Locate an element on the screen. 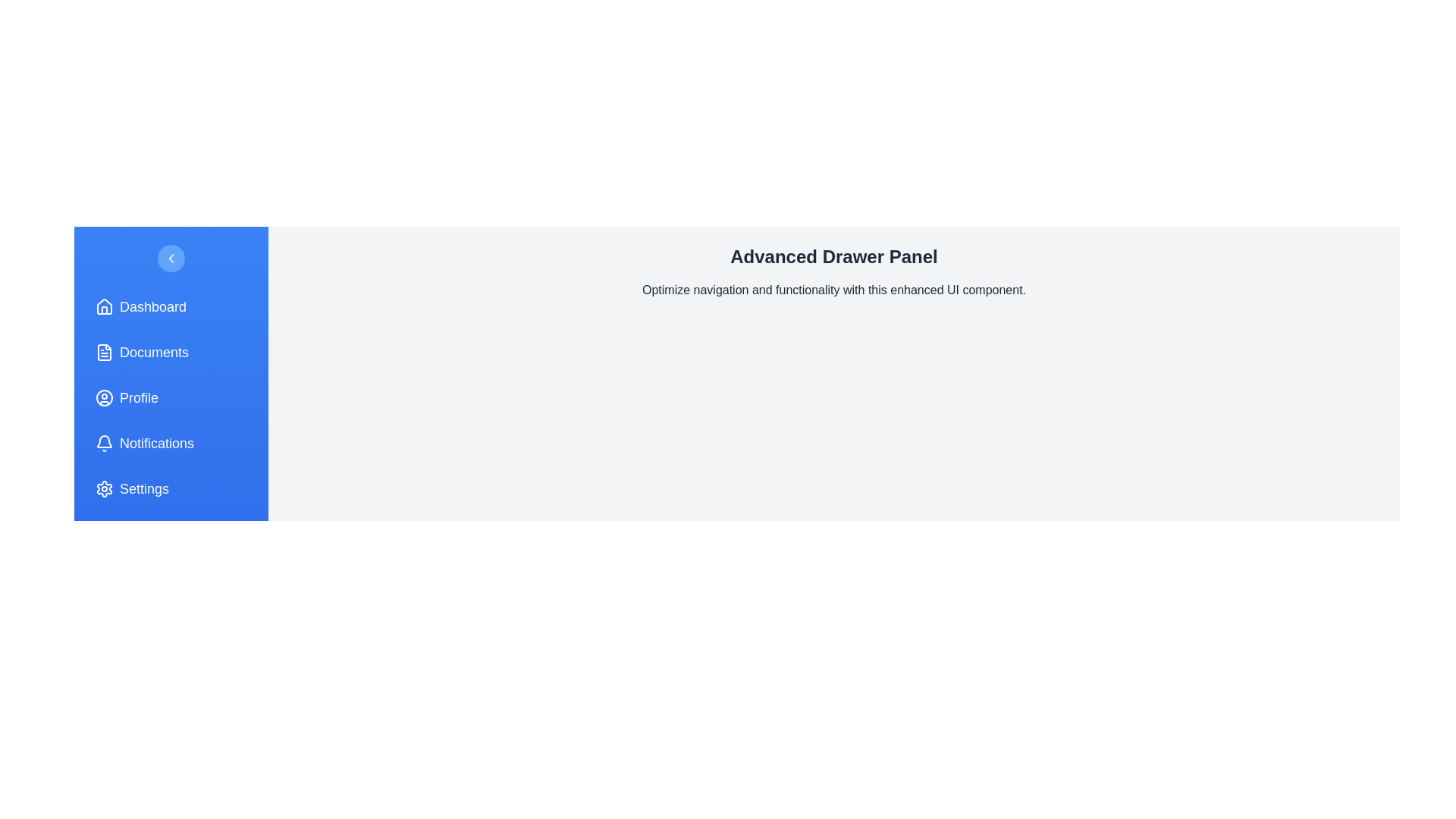 Image resolution: width=1456 pixels, height=819 pixels. toggle button to change the drawer's state is located at coordinates (171, 257).